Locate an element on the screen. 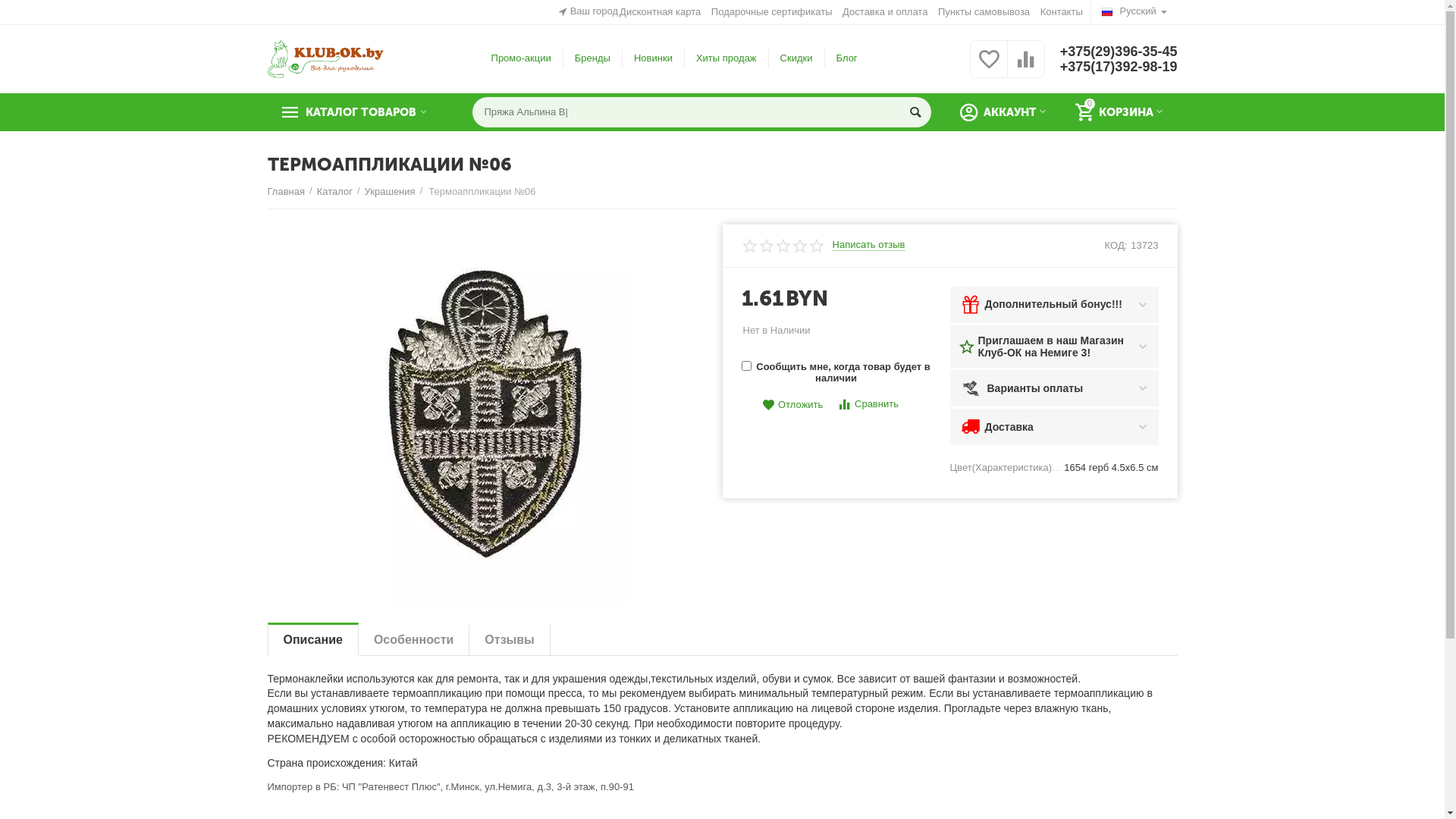 This screenshot has width=1456, height=819. '+375(17)392-98-19' is located at coordinates (1119, 66).